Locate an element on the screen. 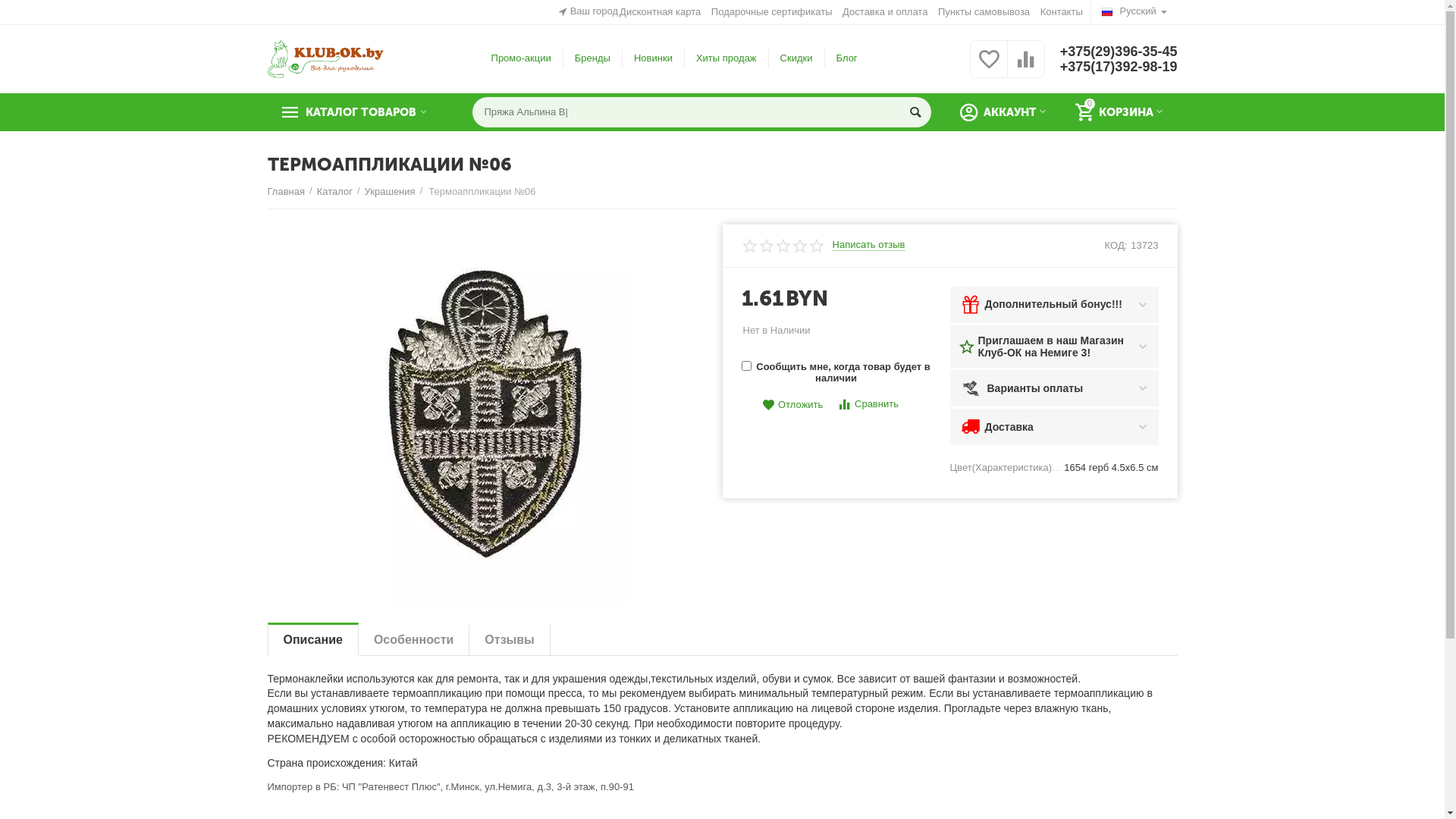 This screenshot has width=1456, height=819. '+375(17)392-98-19' is located at coordinates (1119, 66).